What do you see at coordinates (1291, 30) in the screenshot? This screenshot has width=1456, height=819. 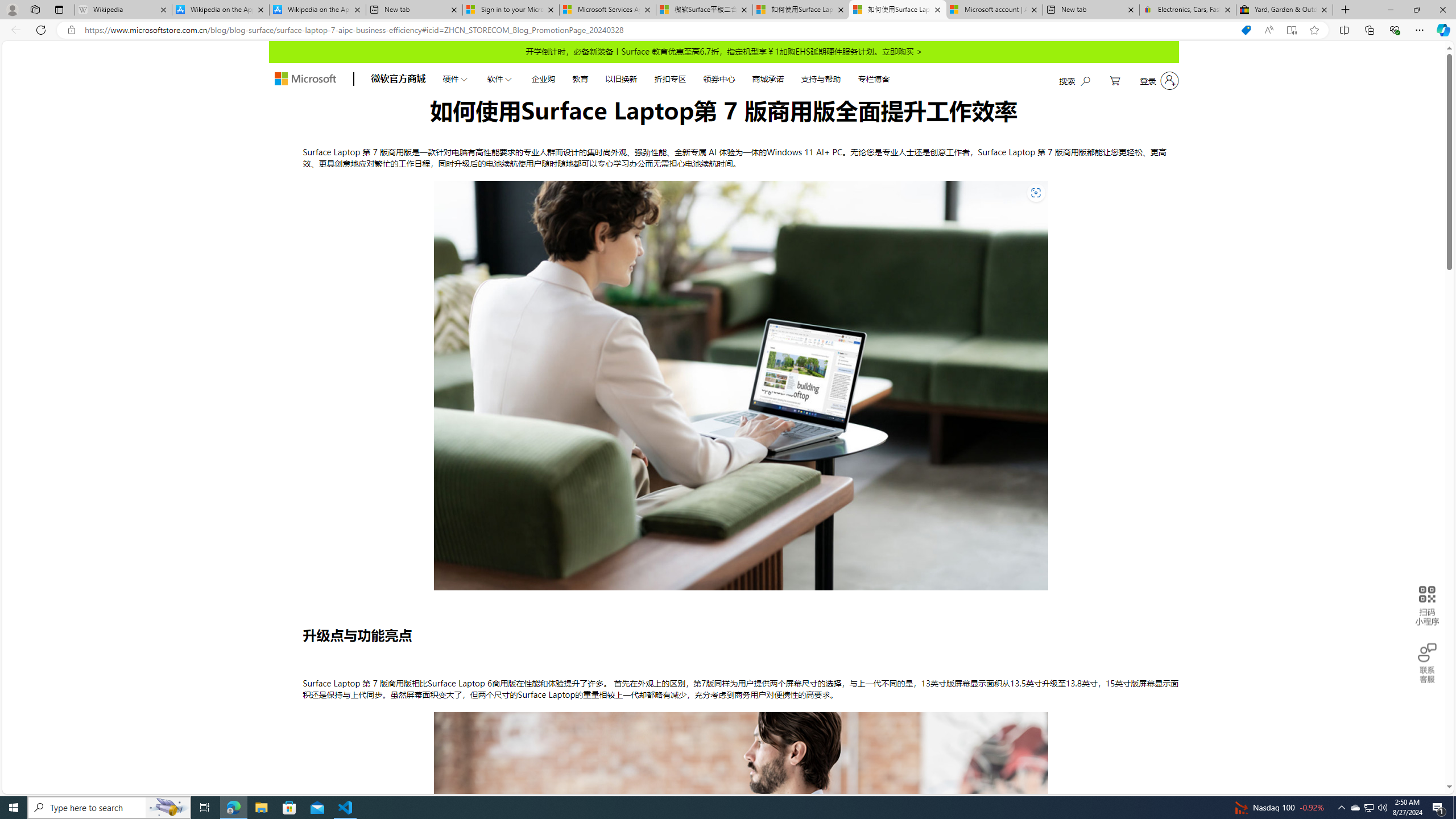 I see `'Enter Immersive Reader (F9)'` at bounding box center [1291, 30].